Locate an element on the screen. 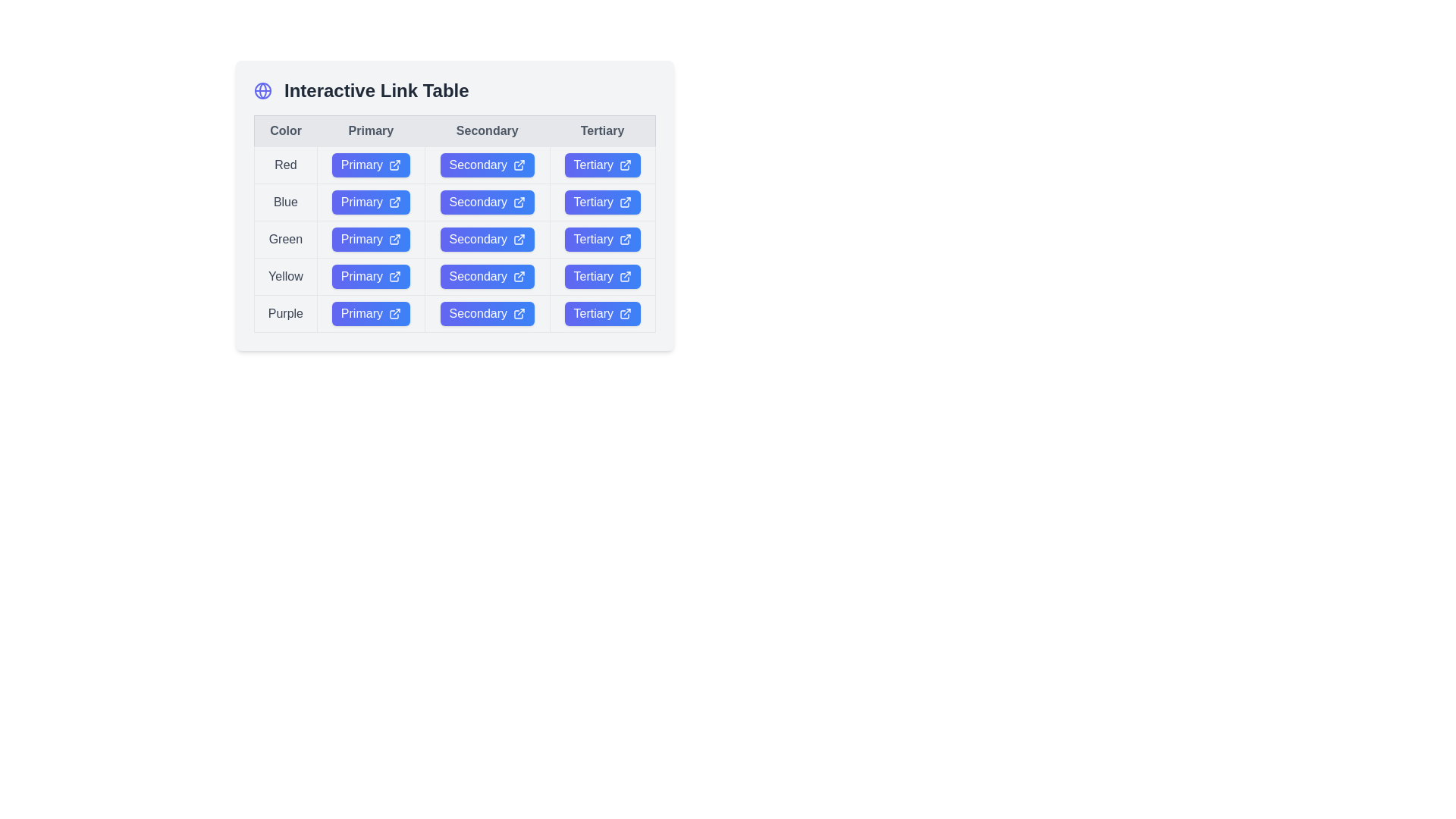 The height and width of the screenshot is (819, 1456). the 'Secondary' text label within the button component that displays white text on a gradient background, located in the table row corresponding to 'Yellow' in the 'Color' column is located at coordinates (477, 277).